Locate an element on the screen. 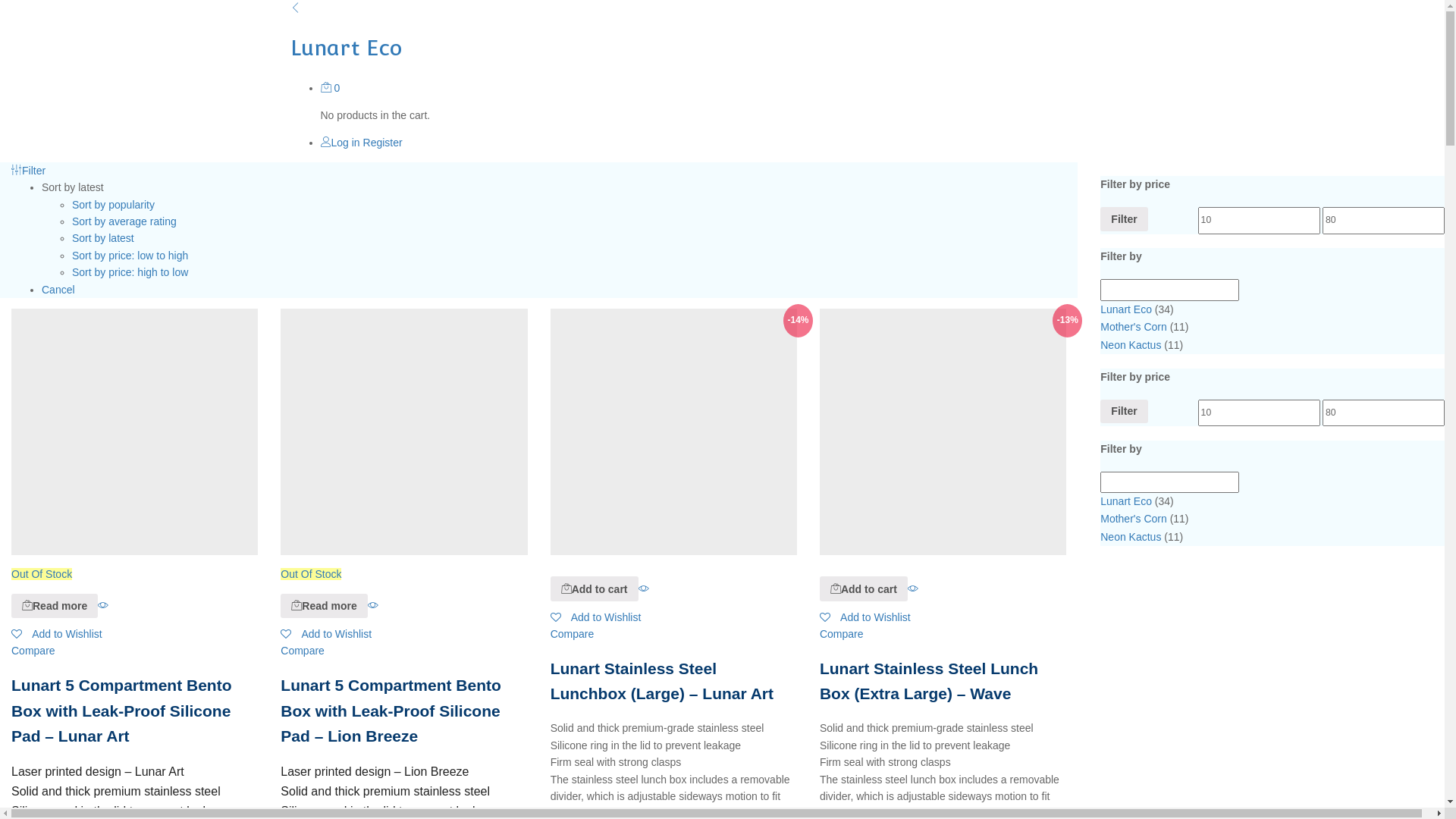  'Read more' is located at coordinates (55, 604).